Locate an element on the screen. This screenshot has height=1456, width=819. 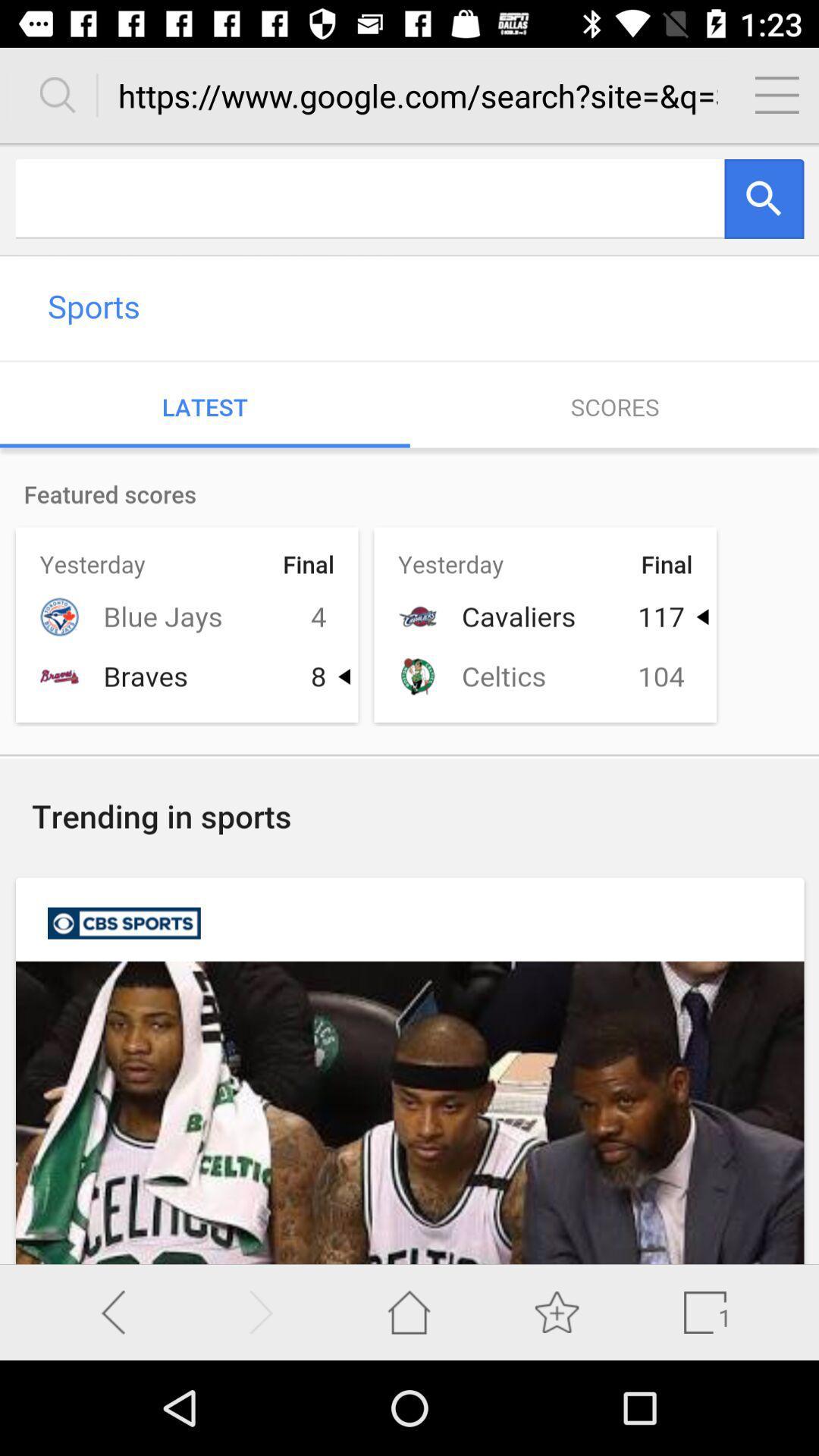
display screen is located at coordinates (409, 703).